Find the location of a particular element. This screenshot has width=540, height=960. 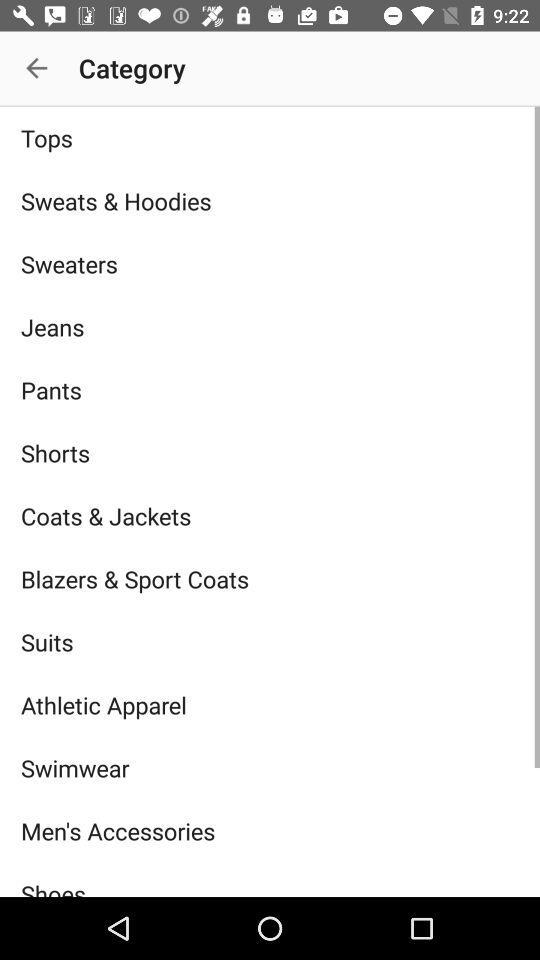

item below the men's accessories item is located at coordinates (270, 878).